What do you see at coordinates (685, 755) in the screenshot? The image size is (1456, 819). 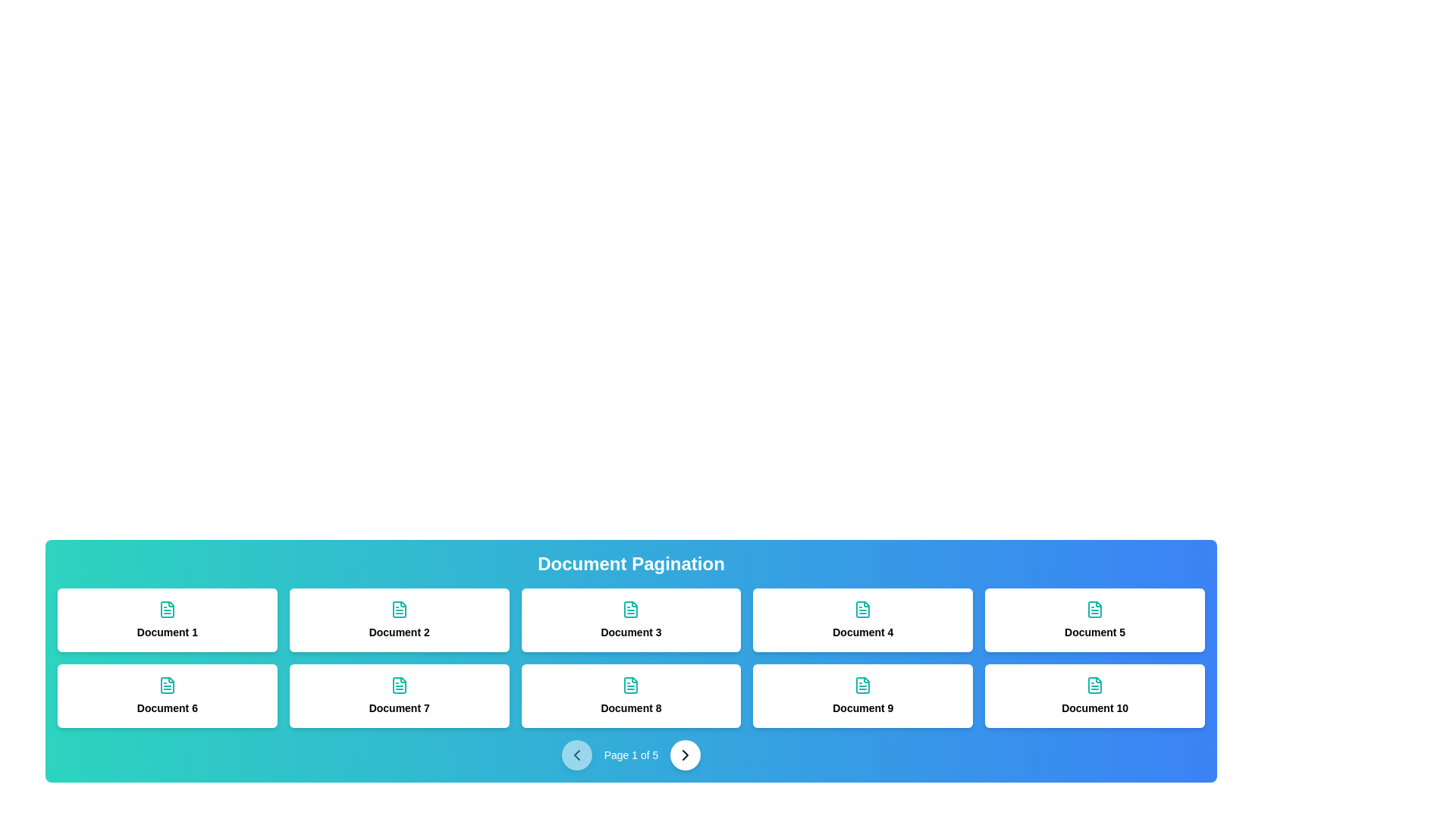 I see `the right-pointing chevron button with a dark gray SVG icon, located within a circular white background` at bounding box center [685, 755].